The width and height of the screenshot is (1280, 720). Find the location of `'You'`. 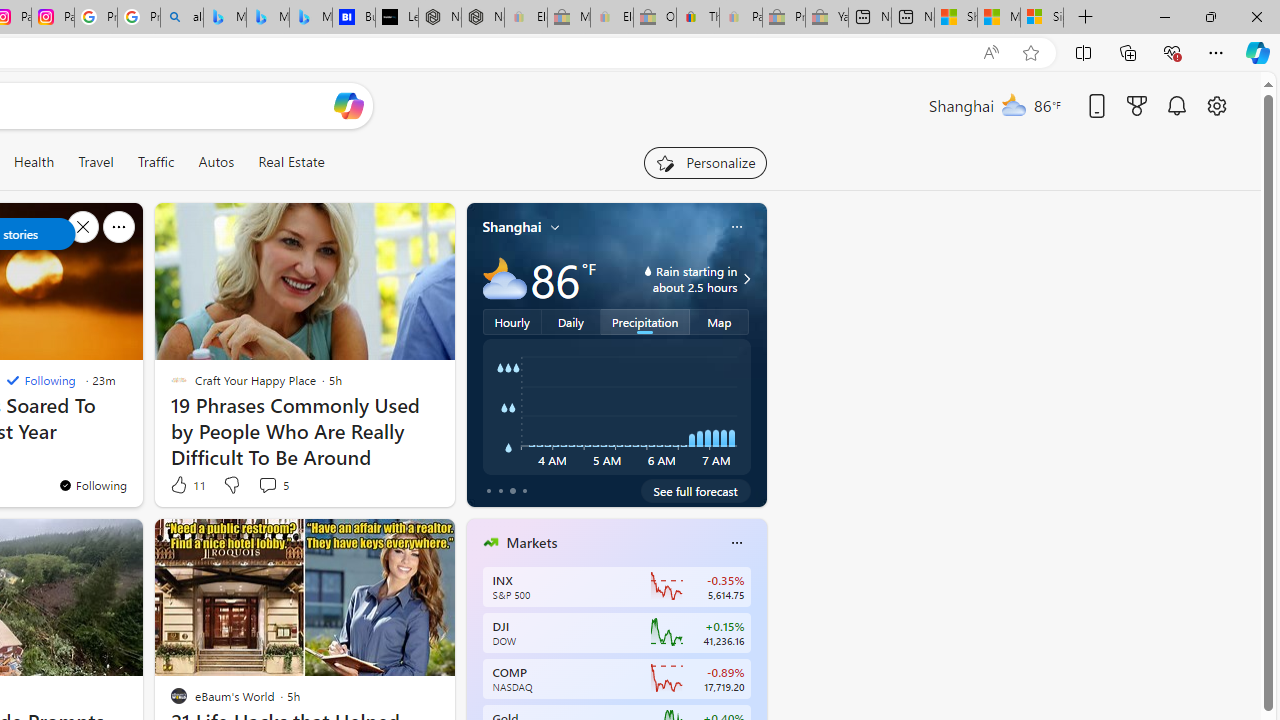

'You' is located at coordinates (91, 485).